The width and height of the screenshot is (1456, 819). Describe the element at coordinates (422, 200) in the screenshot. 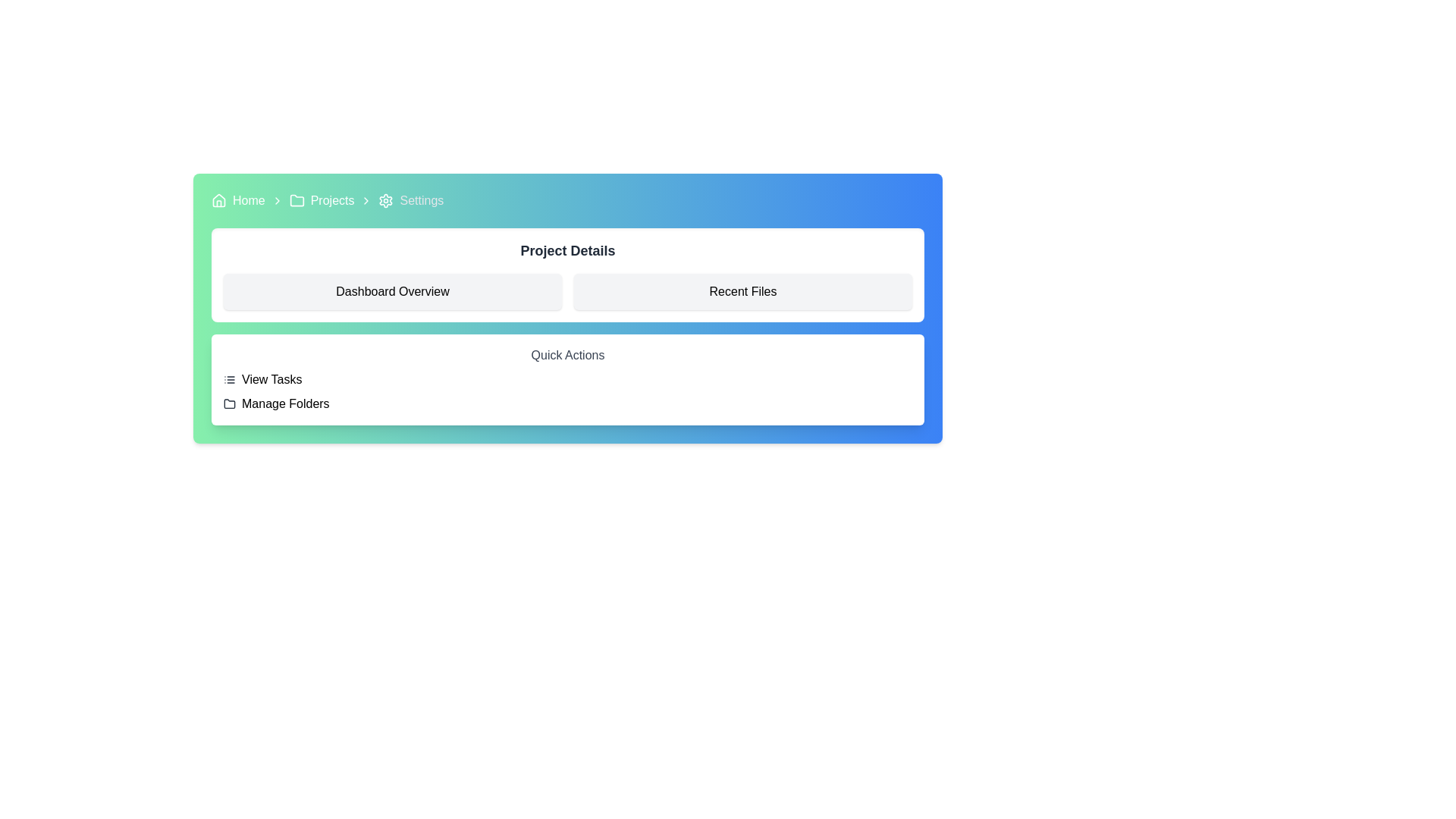

I see `the 'Settings' text label in the breadcrumb navigation bar, which is the third link following 'Home' and 'Projects'` at that location.